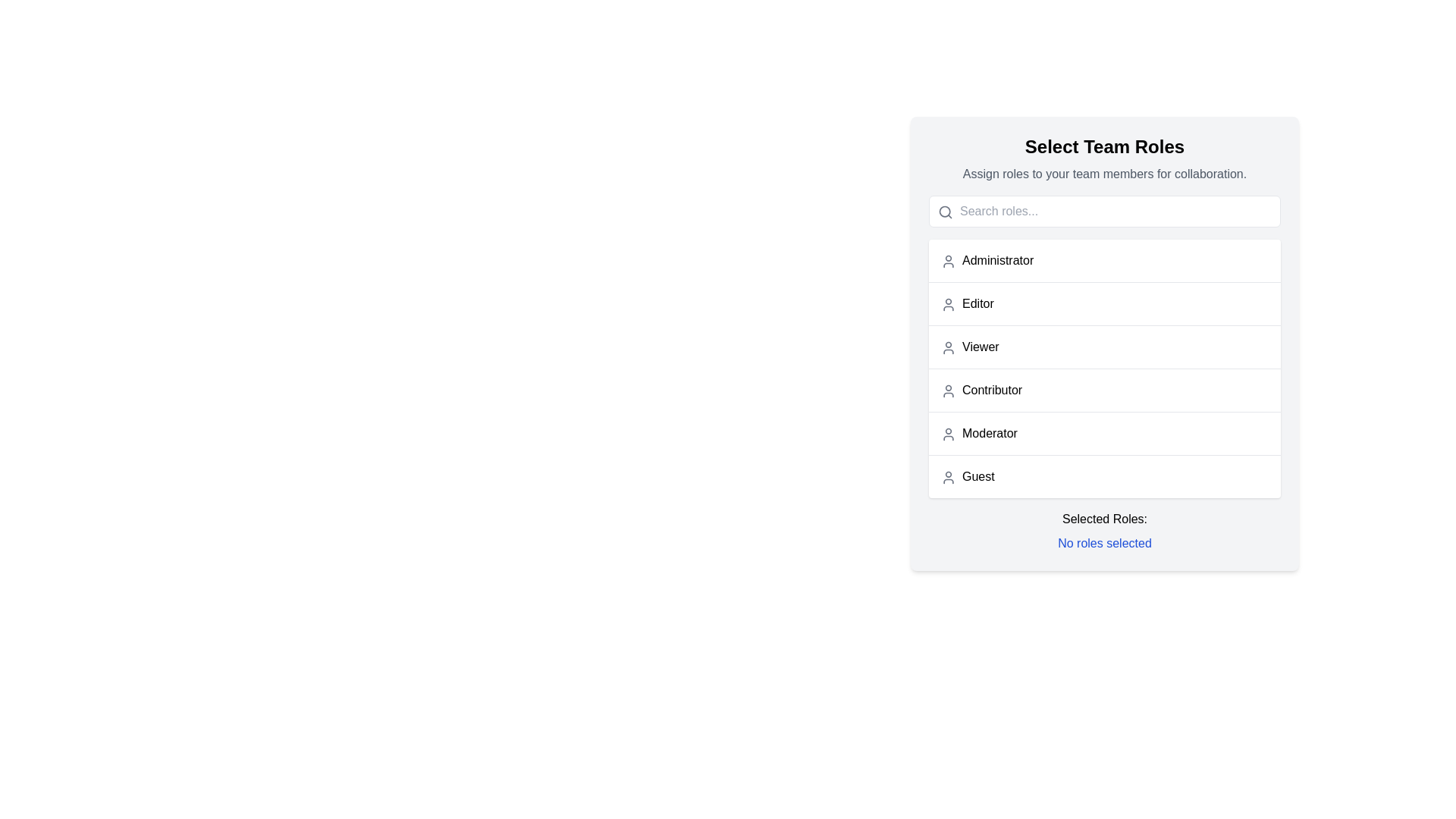 The height and width of the screenshot is (819, 1456). I want to click on the 'Administrator' role list item, which is the first option in the user roles list, positioned below the search bar and above the 'Editor' option, so click(1105, 259).